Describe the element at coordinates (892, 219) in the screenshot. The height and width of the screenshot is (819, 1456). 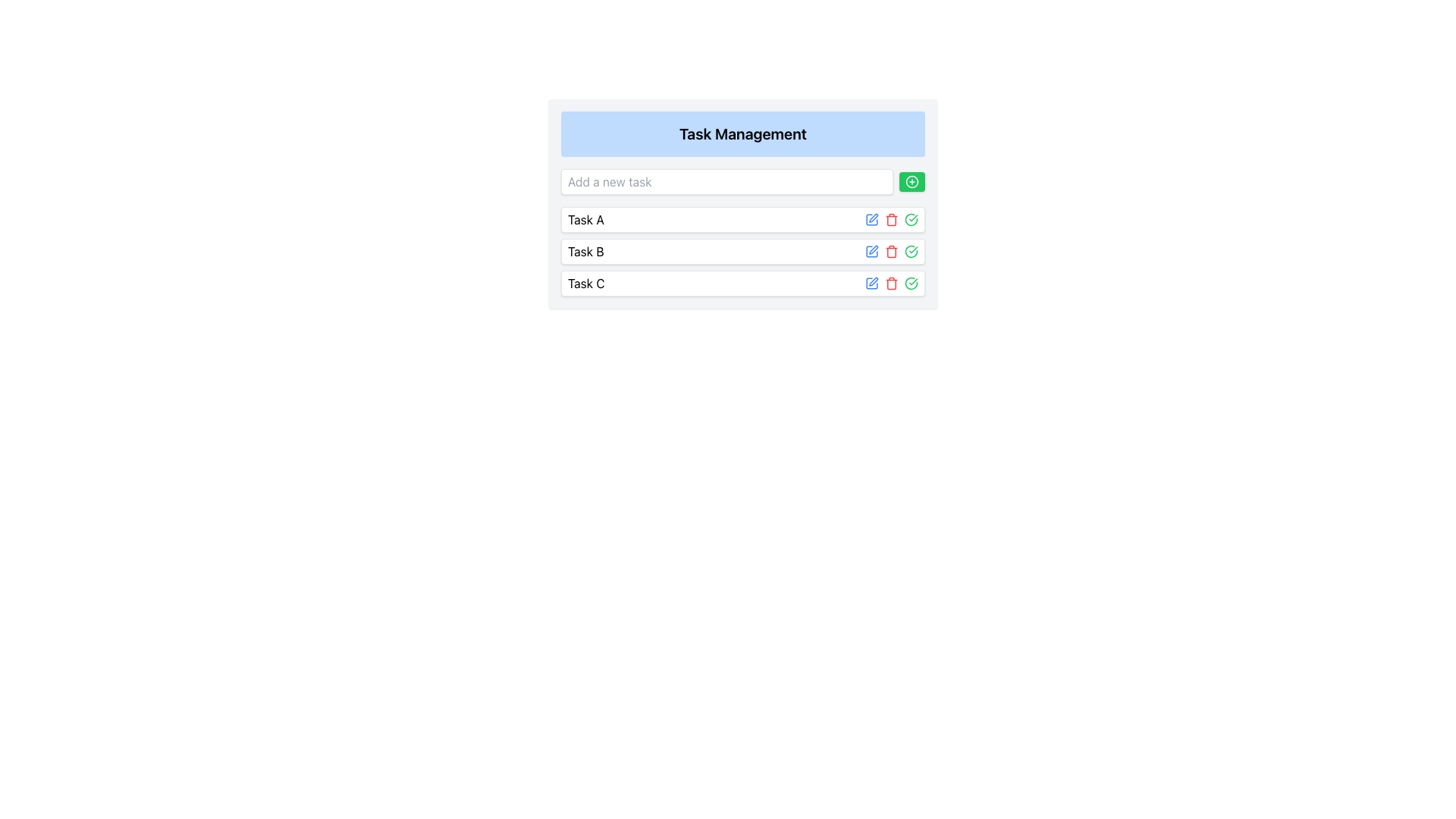
I see `the delete button for 'Task A'` at that location.